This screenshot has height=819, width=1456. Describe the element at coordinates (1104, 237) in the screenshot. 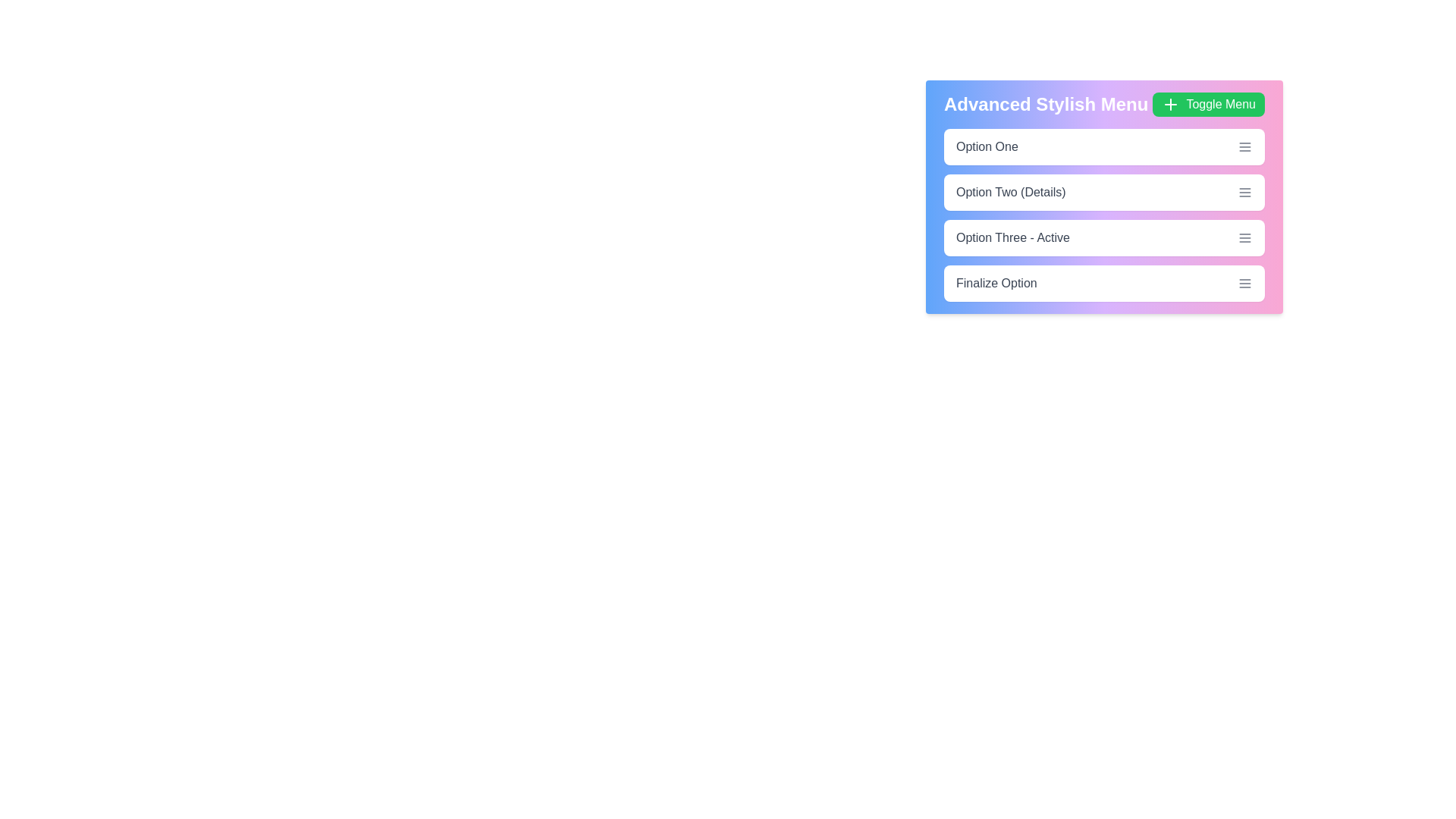

I see `the menu option Option Three - Active` at that location.